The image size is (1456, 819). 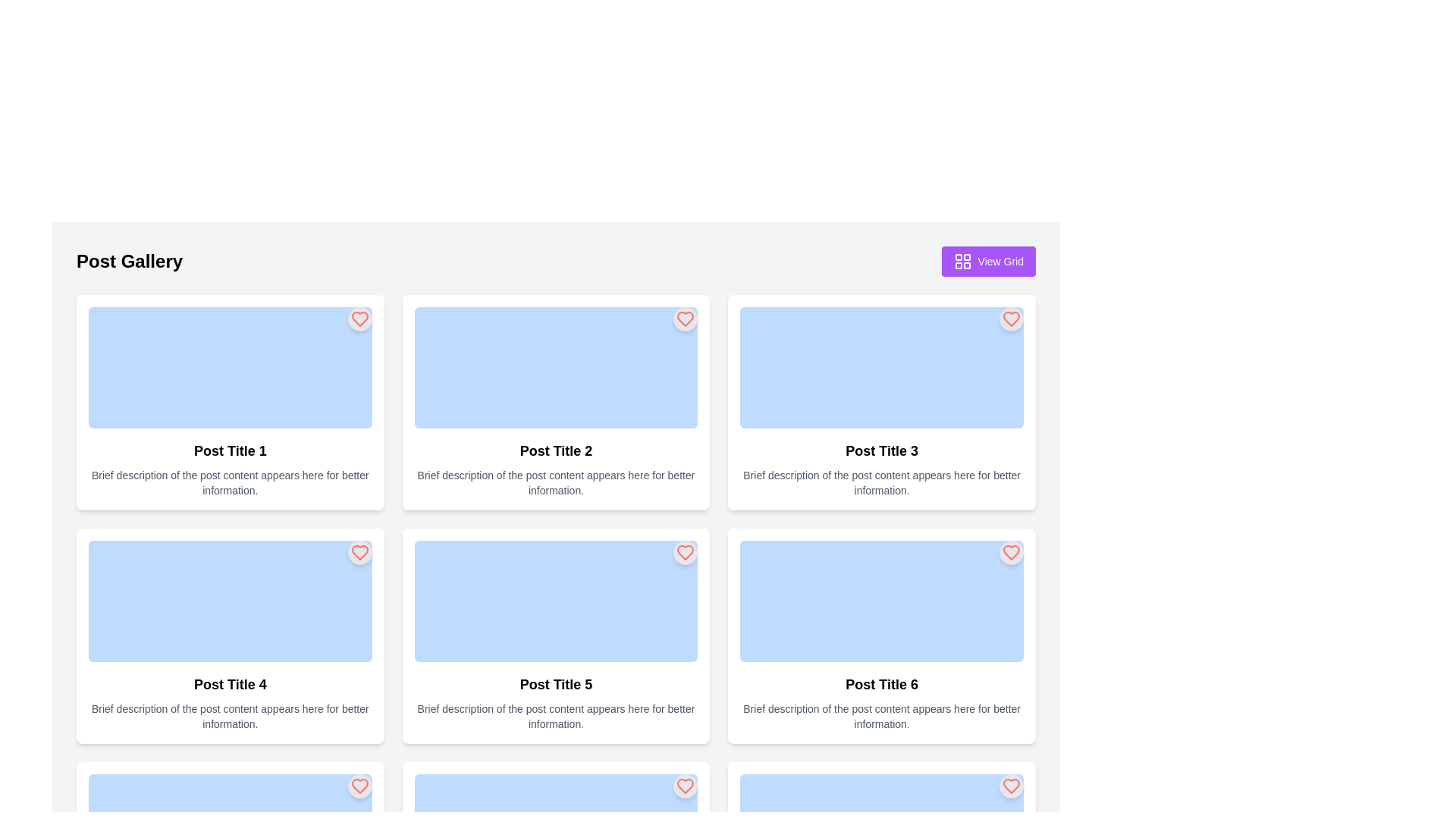 I want to click on the heart icon in the upper-right corner of the card labeled 'Post Title 6', so click(x=1012, y=786).